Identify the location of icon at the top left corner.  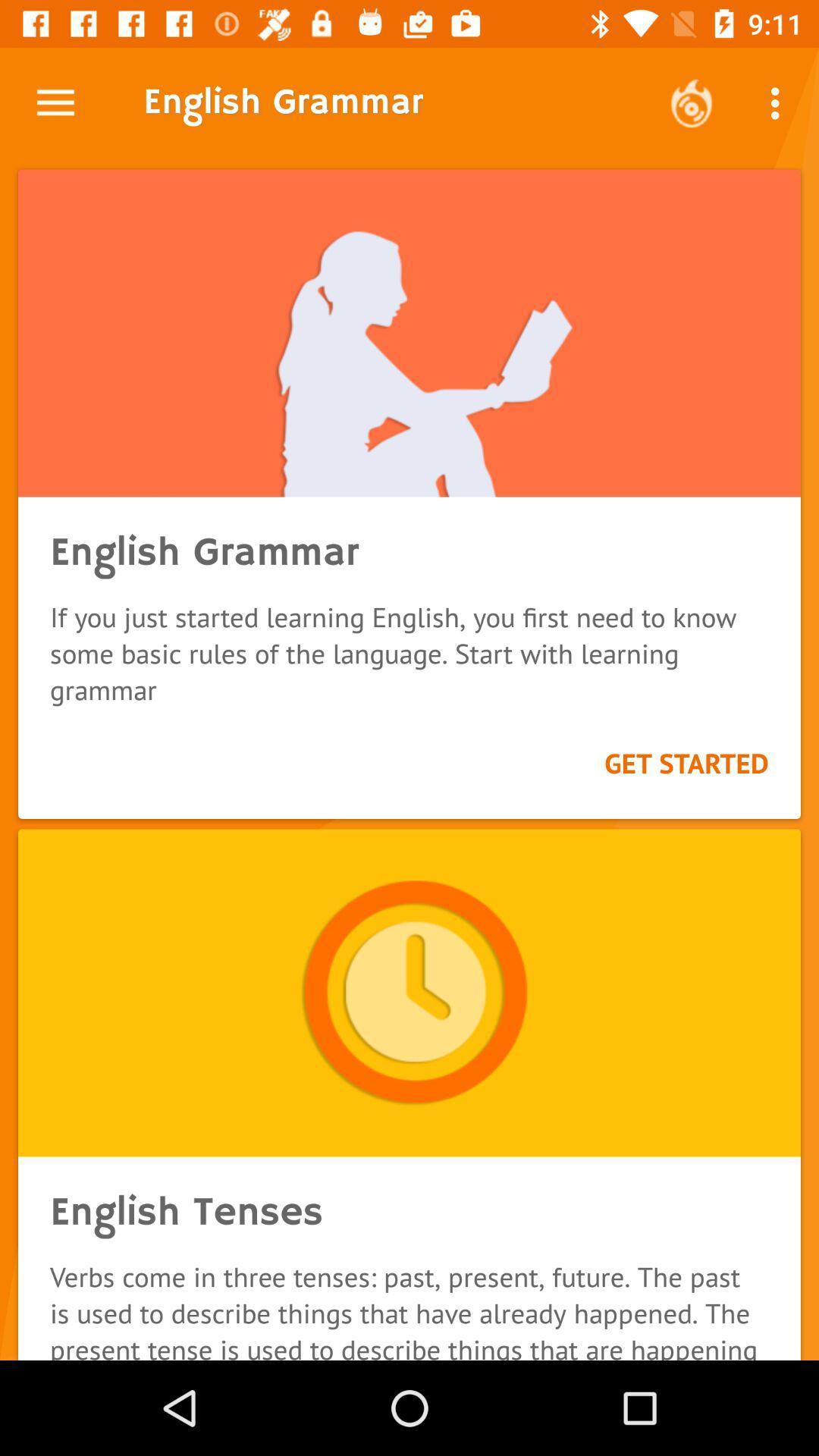
(55, 102).